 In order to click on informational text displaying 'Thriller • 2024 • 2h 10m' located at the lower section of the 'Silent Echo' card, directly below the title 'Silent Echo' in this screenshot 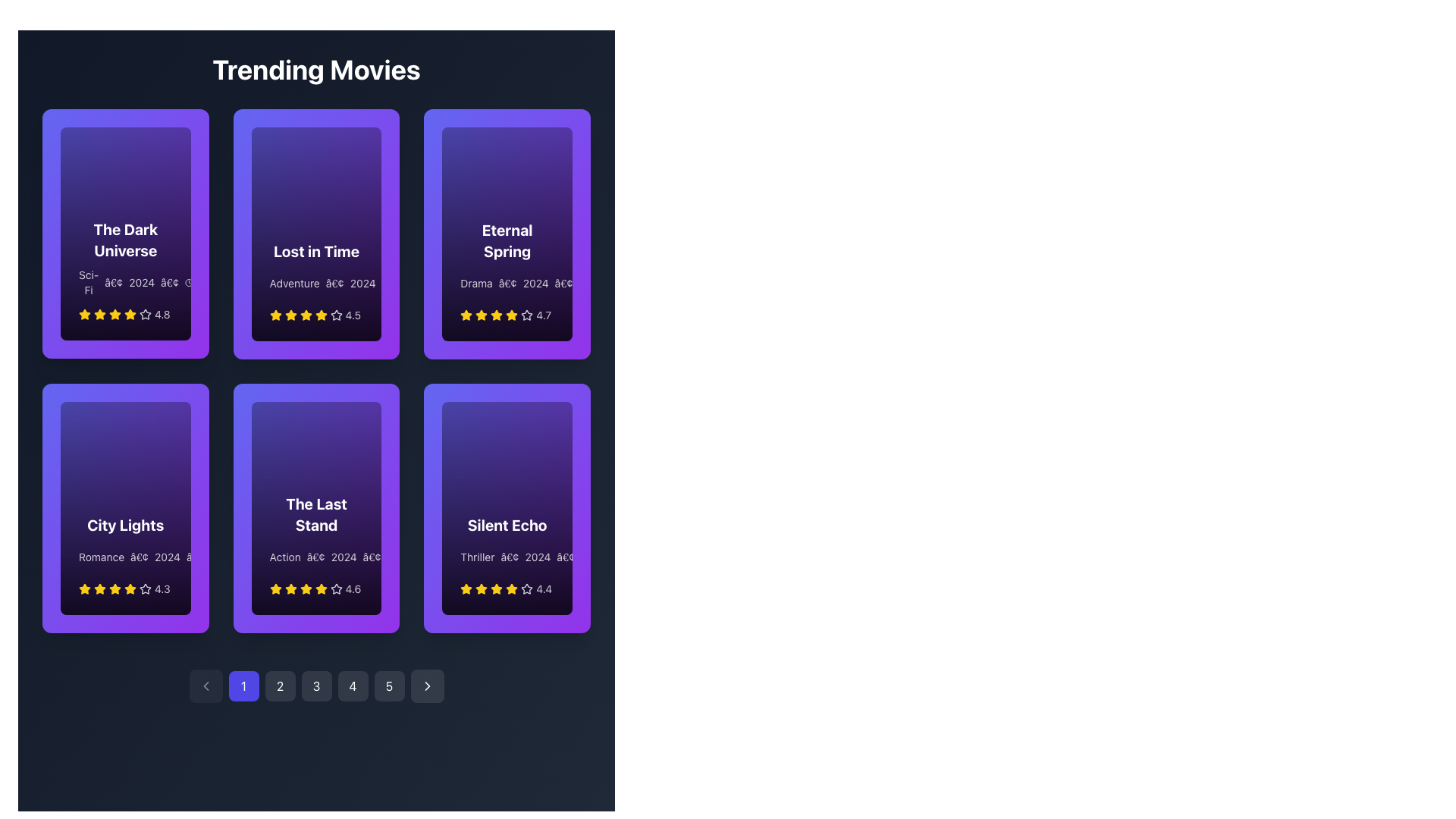, I will do `click(507, 557)`.